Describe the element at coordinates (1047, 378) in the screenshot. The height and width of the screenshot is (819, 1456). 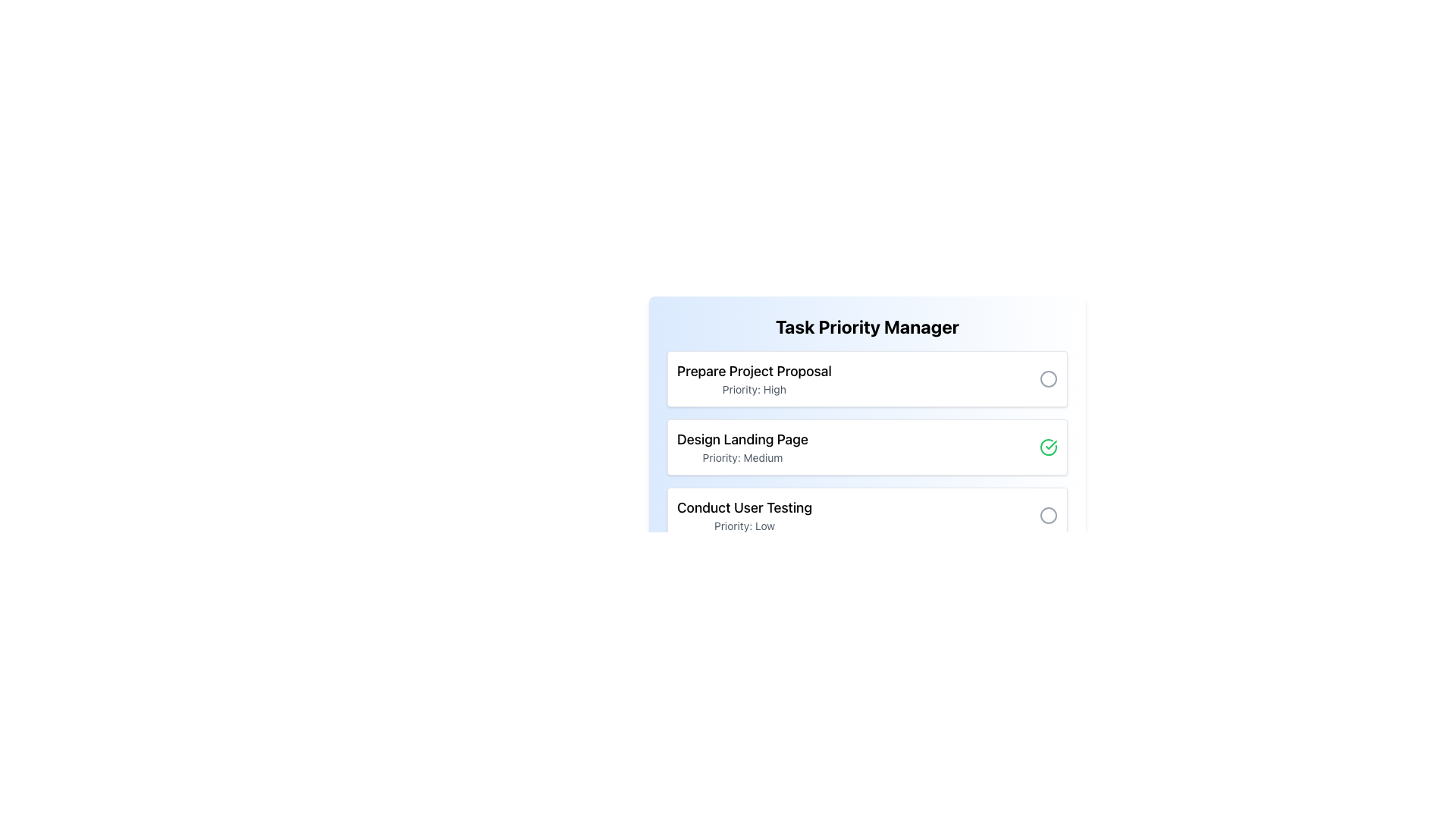
I see `the circular indicator with a filled central dot, which is part of the priority management interface and is located to the right of the 'Prepare Project Proposal' task box` at that location.